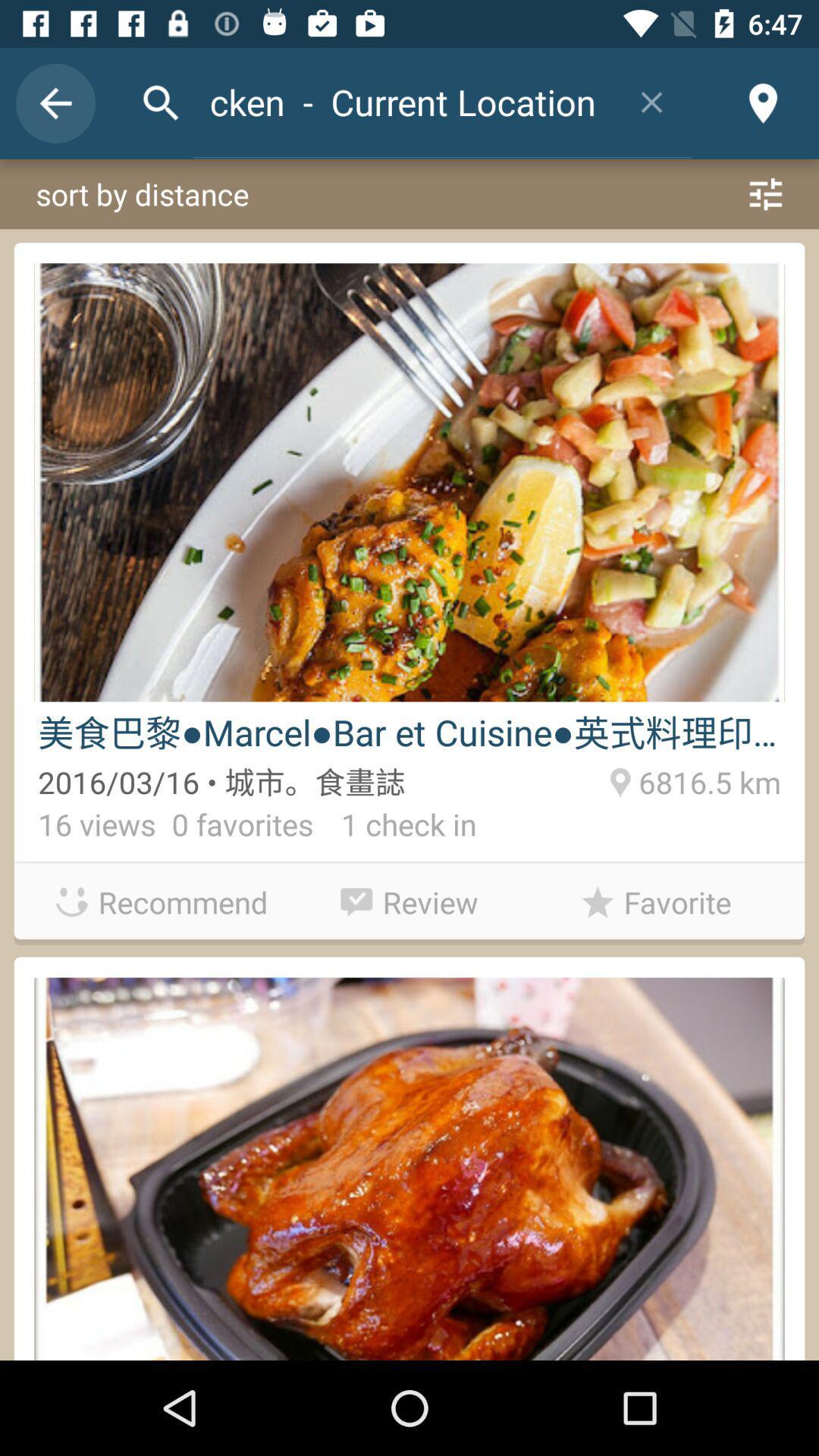  What do you see at coordinates (162, 902) in the screenshot?
I see `the recommend icon` at bounding box center [162, 902].